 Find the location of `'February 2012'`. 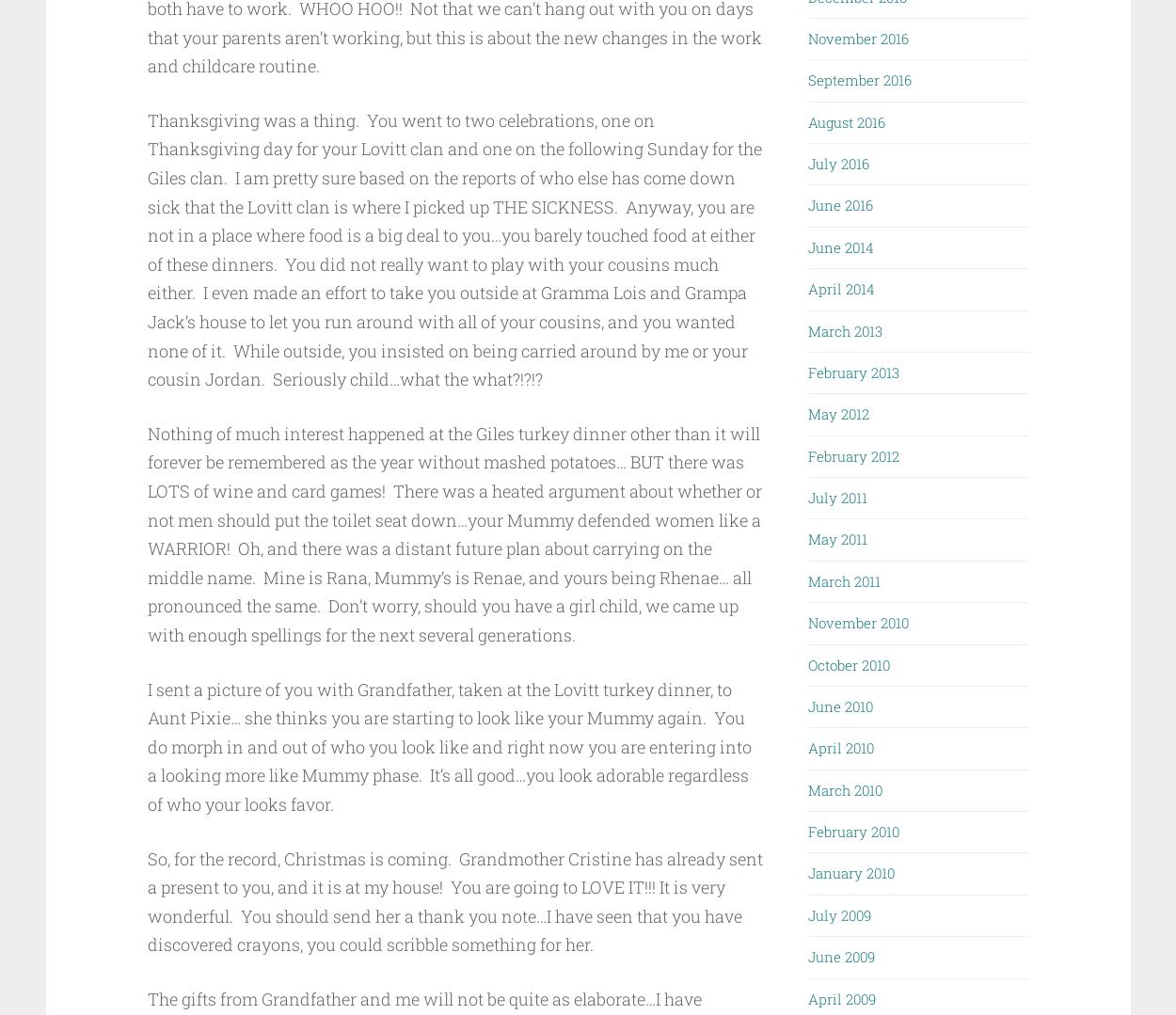

'February 2012' is located at coordinates (807, 454).